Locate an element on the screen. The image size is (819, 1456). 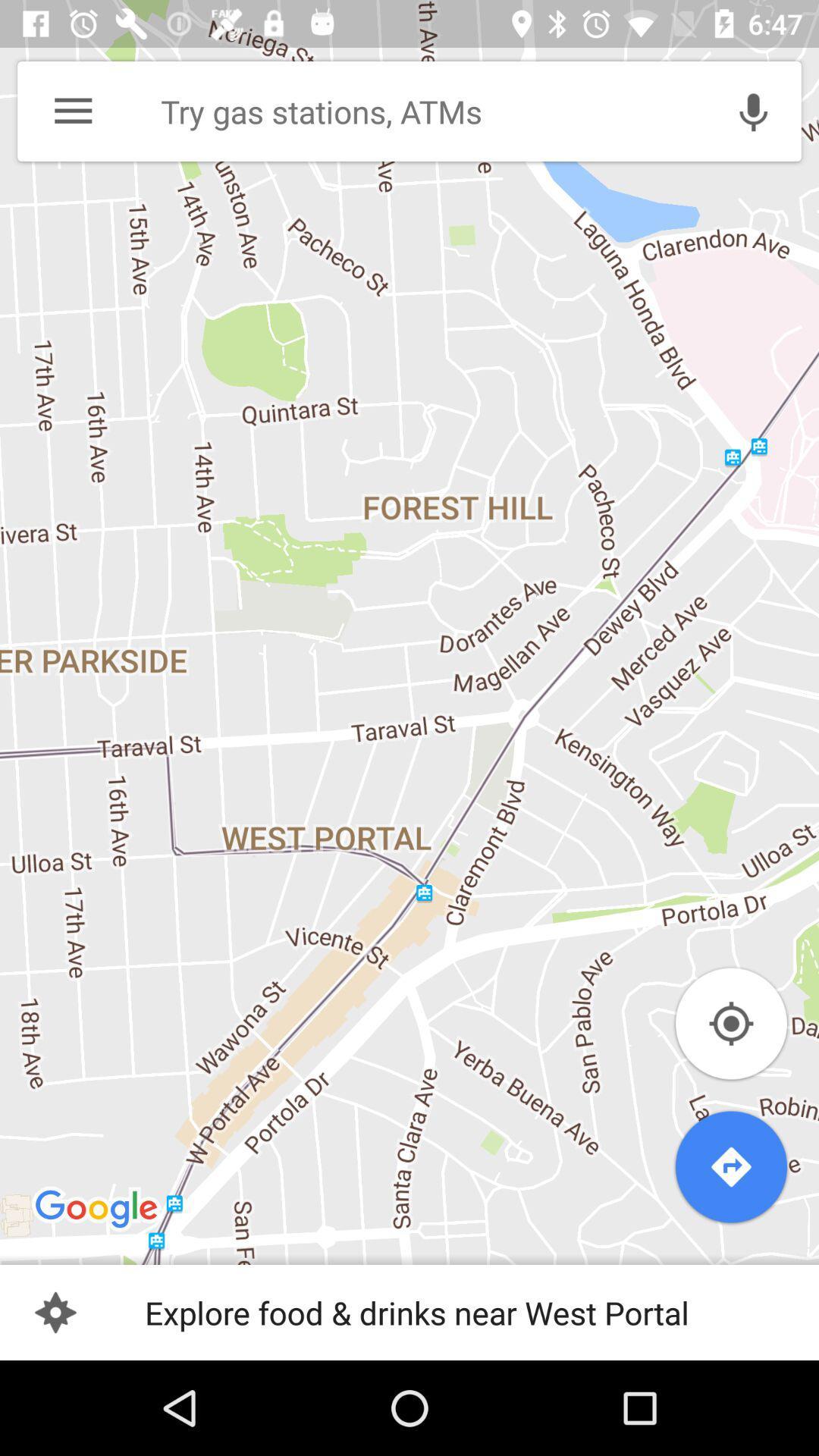
the search field right side of menu icon is located at coordinates (425, 111).